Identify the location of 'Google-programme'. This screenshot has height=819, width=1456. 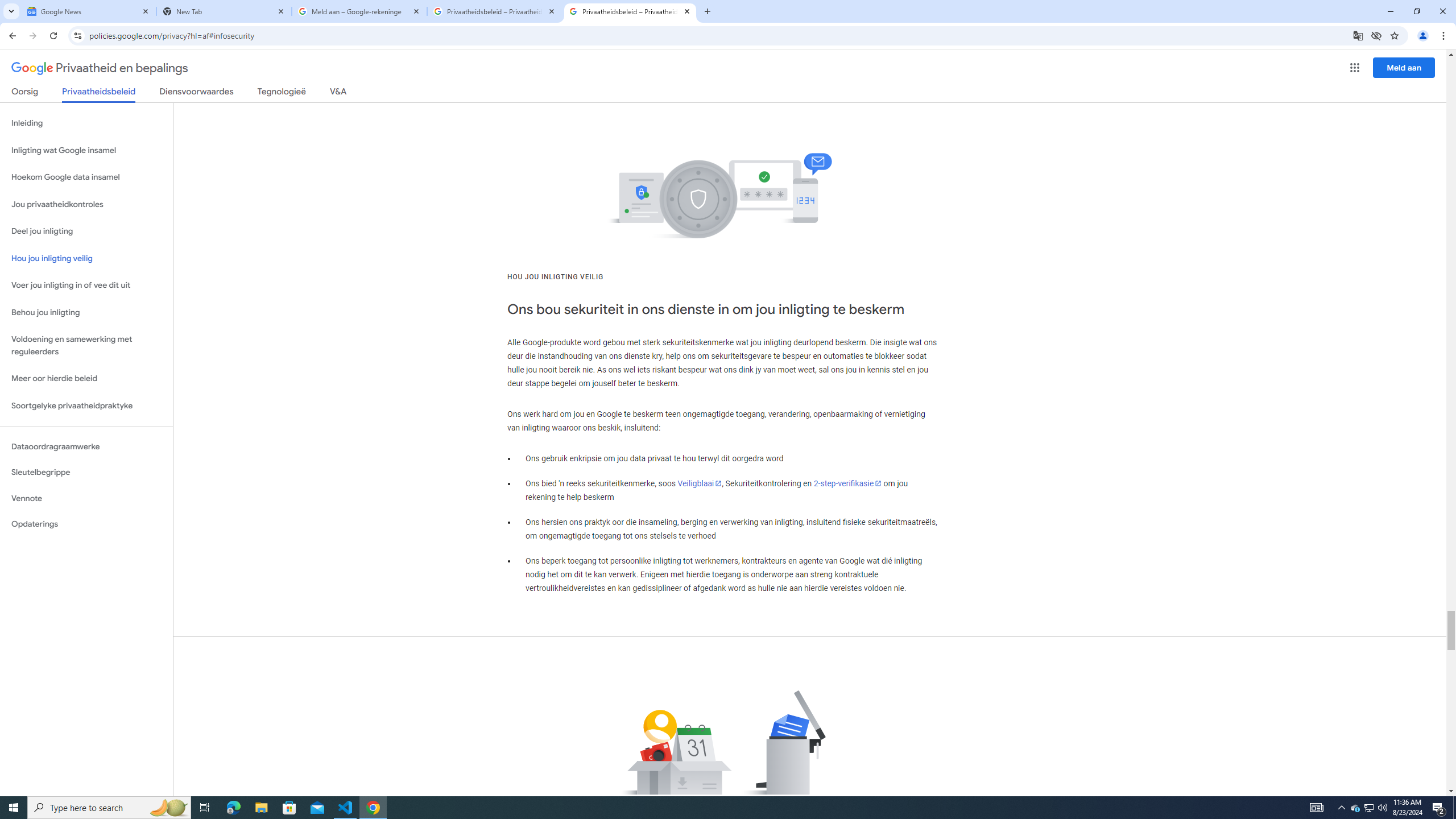
(1355, 67).